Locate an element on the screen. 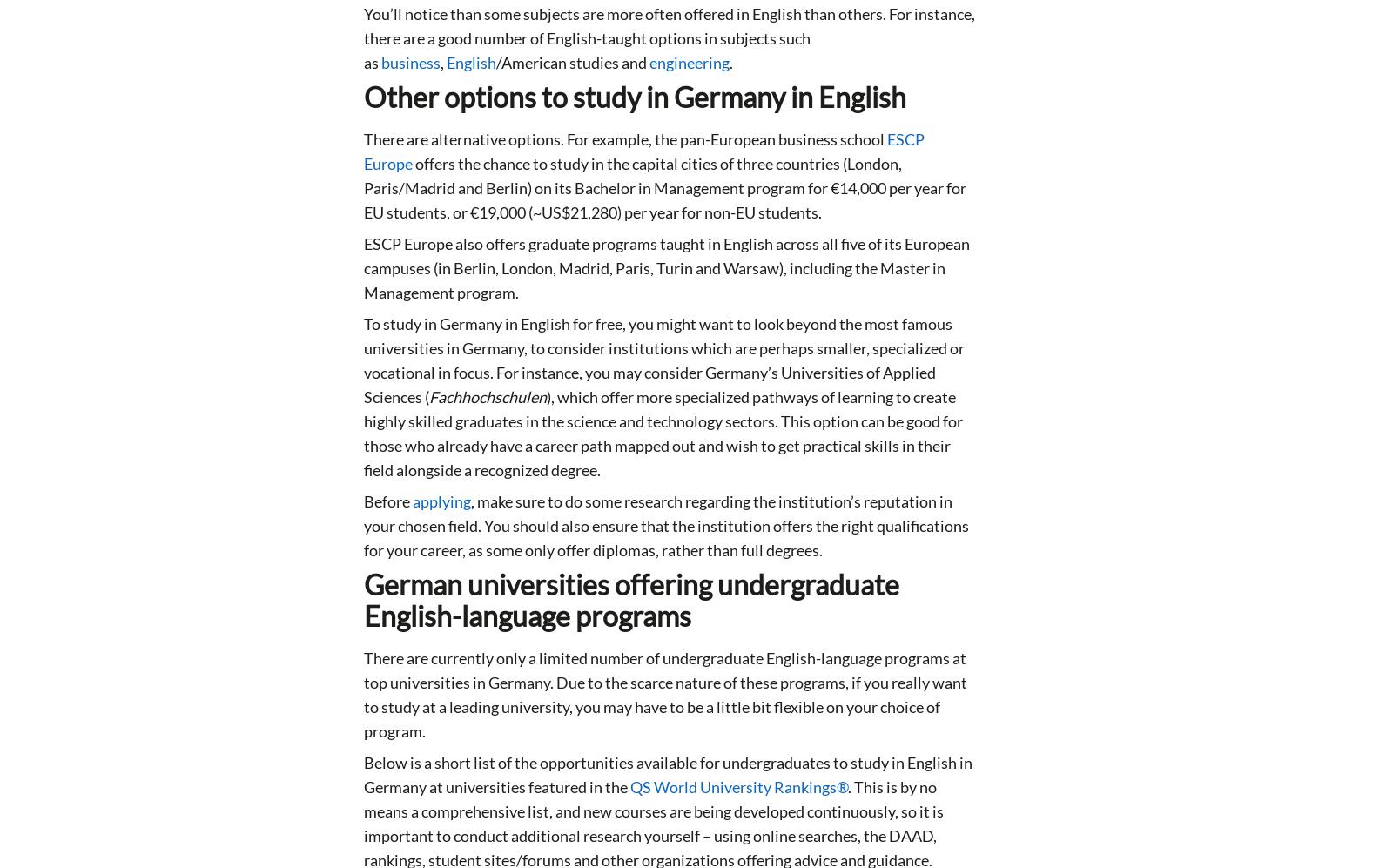 This screenshot has height=868, width=1393. 'There are currently only a limited number of undergraduate English-language programs at top universities in Germany. Due to the scarce nature of these programs, if you really want to study at a leading university, you may have to be a little bit flexible on your choice of program.' is located at coordinates (665, 693).